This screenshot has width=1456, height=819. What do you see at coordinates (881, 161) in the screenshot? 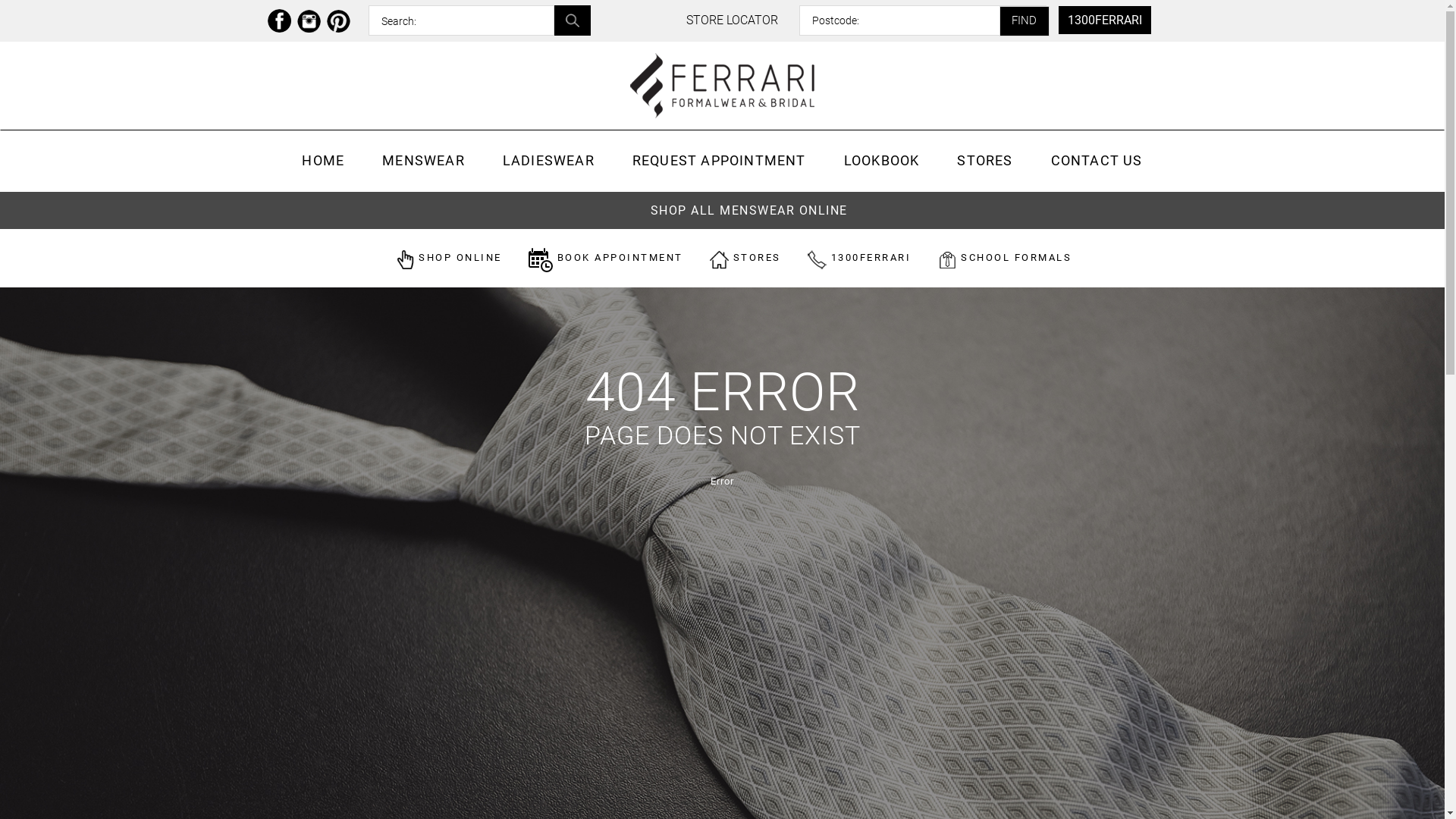
I see `'LOOKBOOK'` at bounding box center [881, 161].